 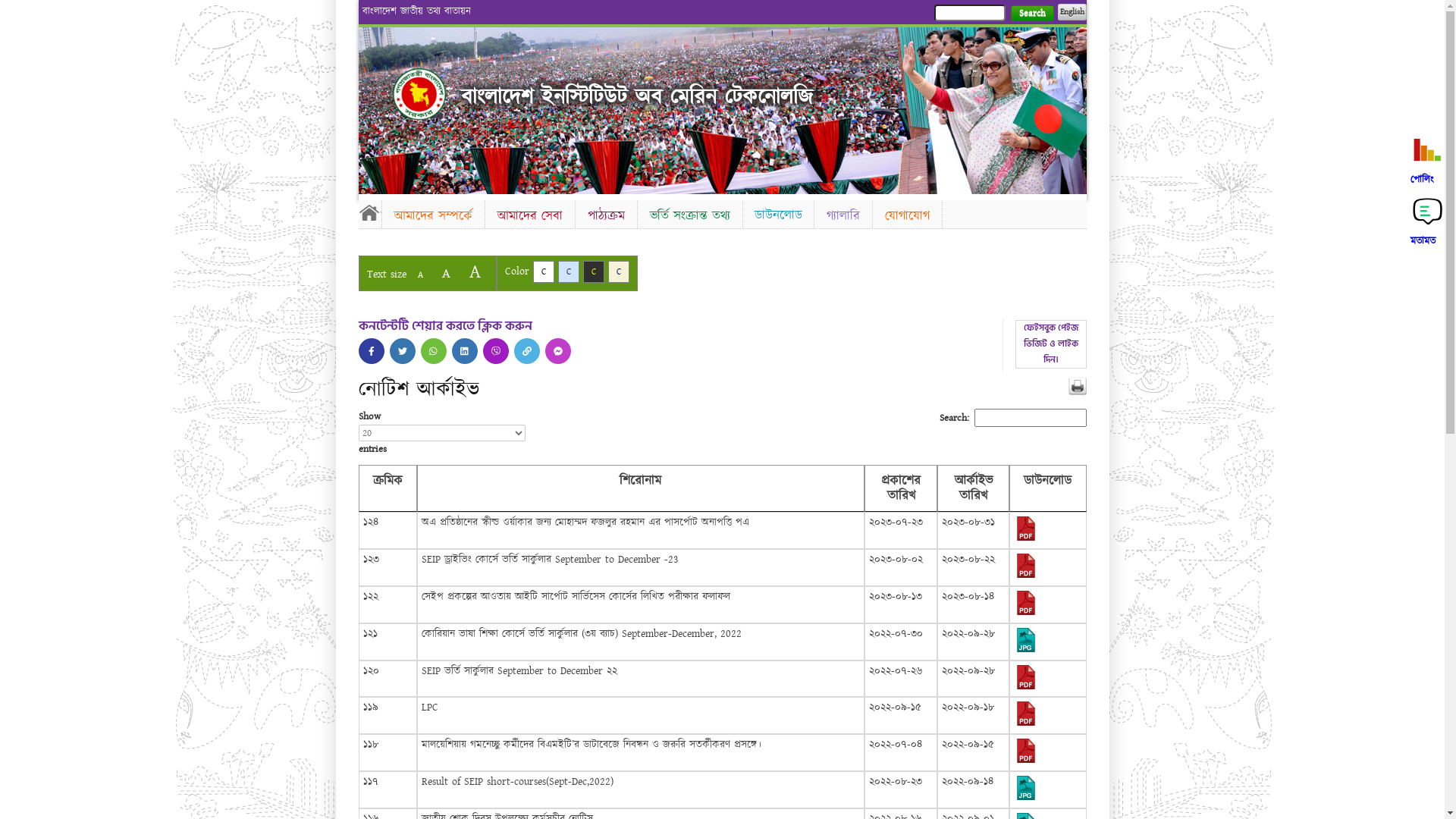 I want to click on 'Search', so click(x=1031, y=13).